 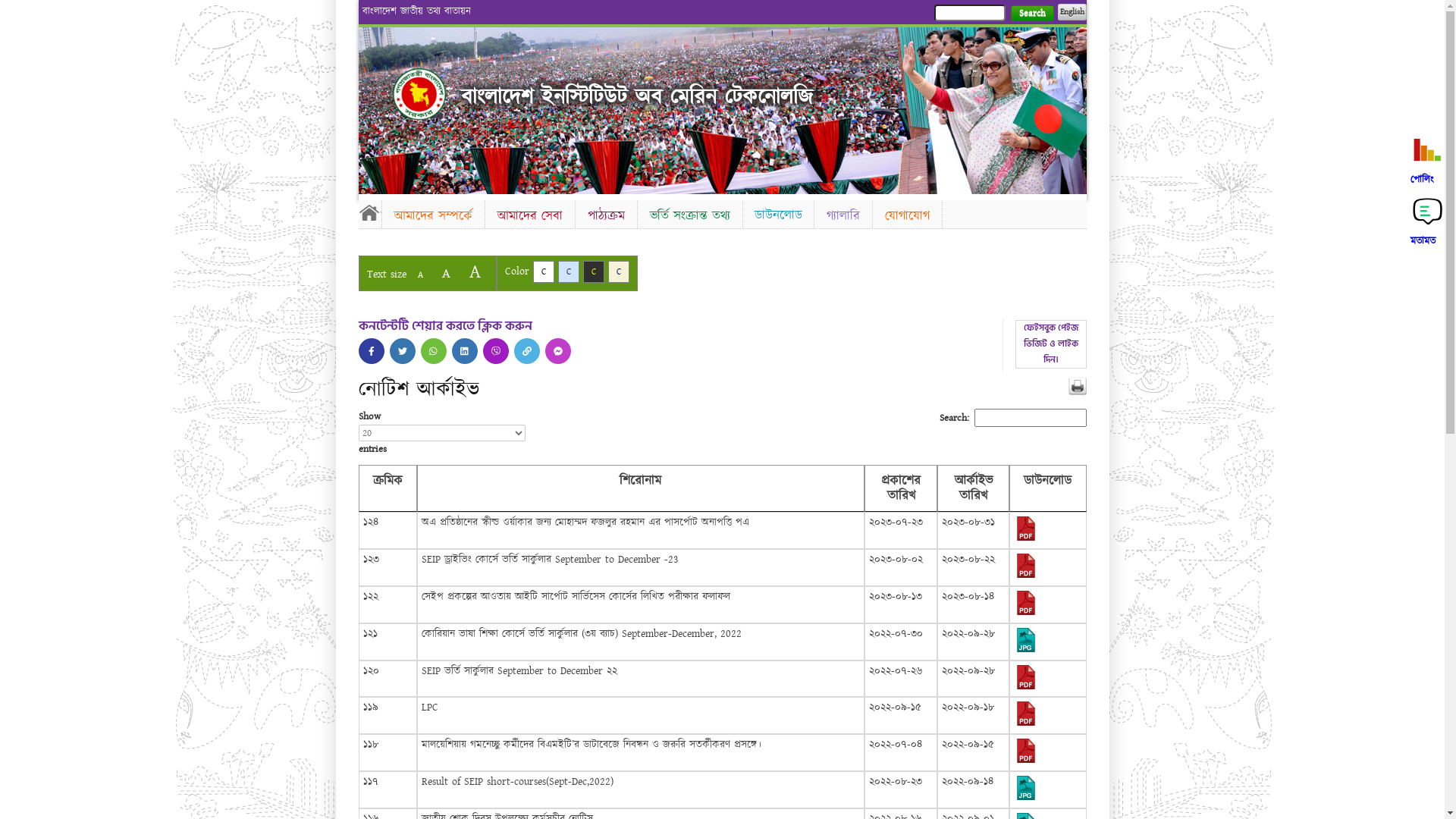 I want to click on 'Search', so click(x=1031, y=13).